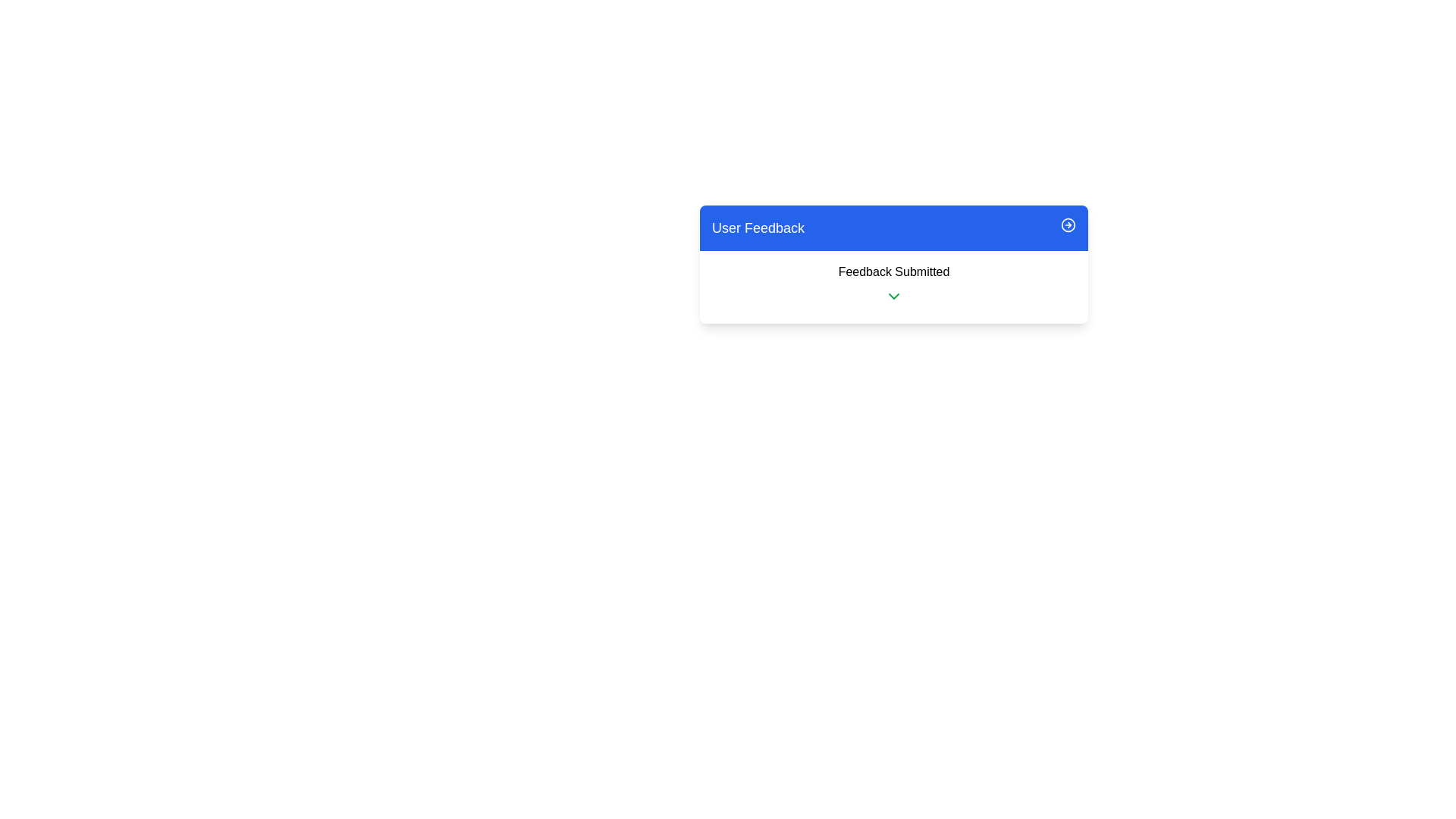 This screenshot has width=1456, height=819. Describe the element at coordinates (894, 296) in the screenshot. I see `the interactive arrow icon located at the center-bottom of the 'Feedback Submitted' panel` at that location.